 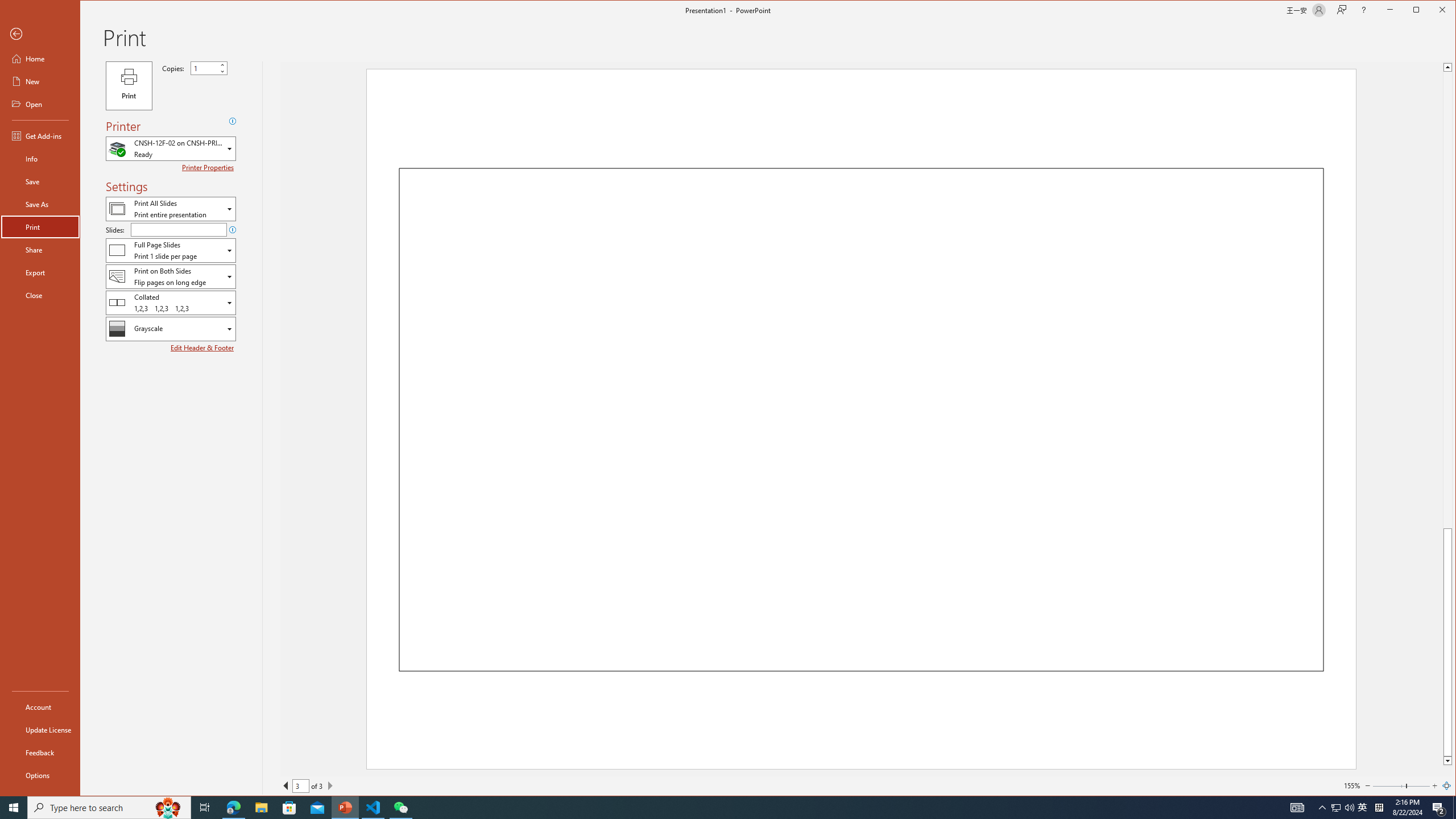 What do you see at coordinates (39, 752) in the screenshot?
I see `'Feedback'` at bounding box center [39, 752].